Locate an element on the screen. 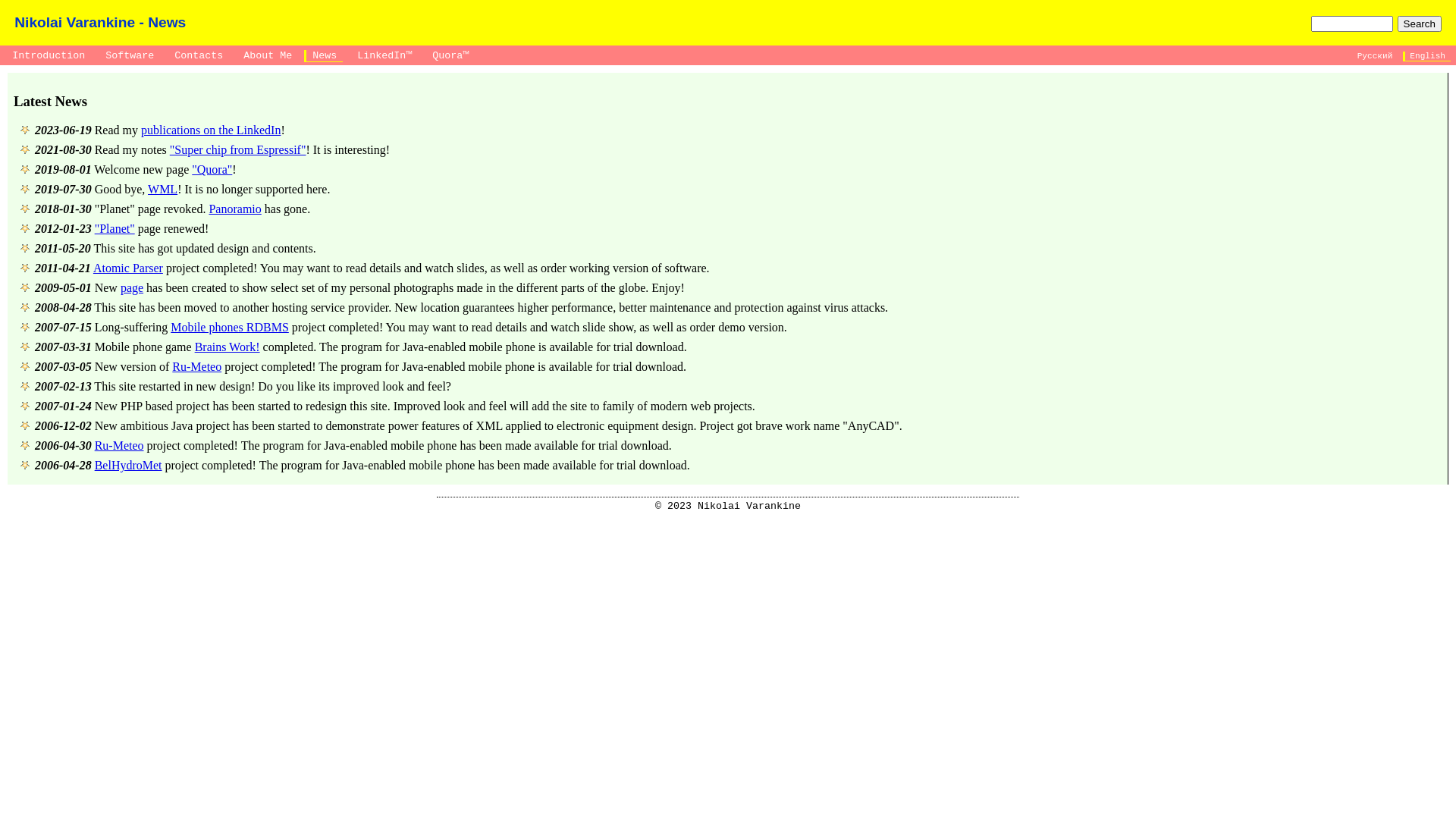  '"Planet"' is located at coordinates (93, 228).